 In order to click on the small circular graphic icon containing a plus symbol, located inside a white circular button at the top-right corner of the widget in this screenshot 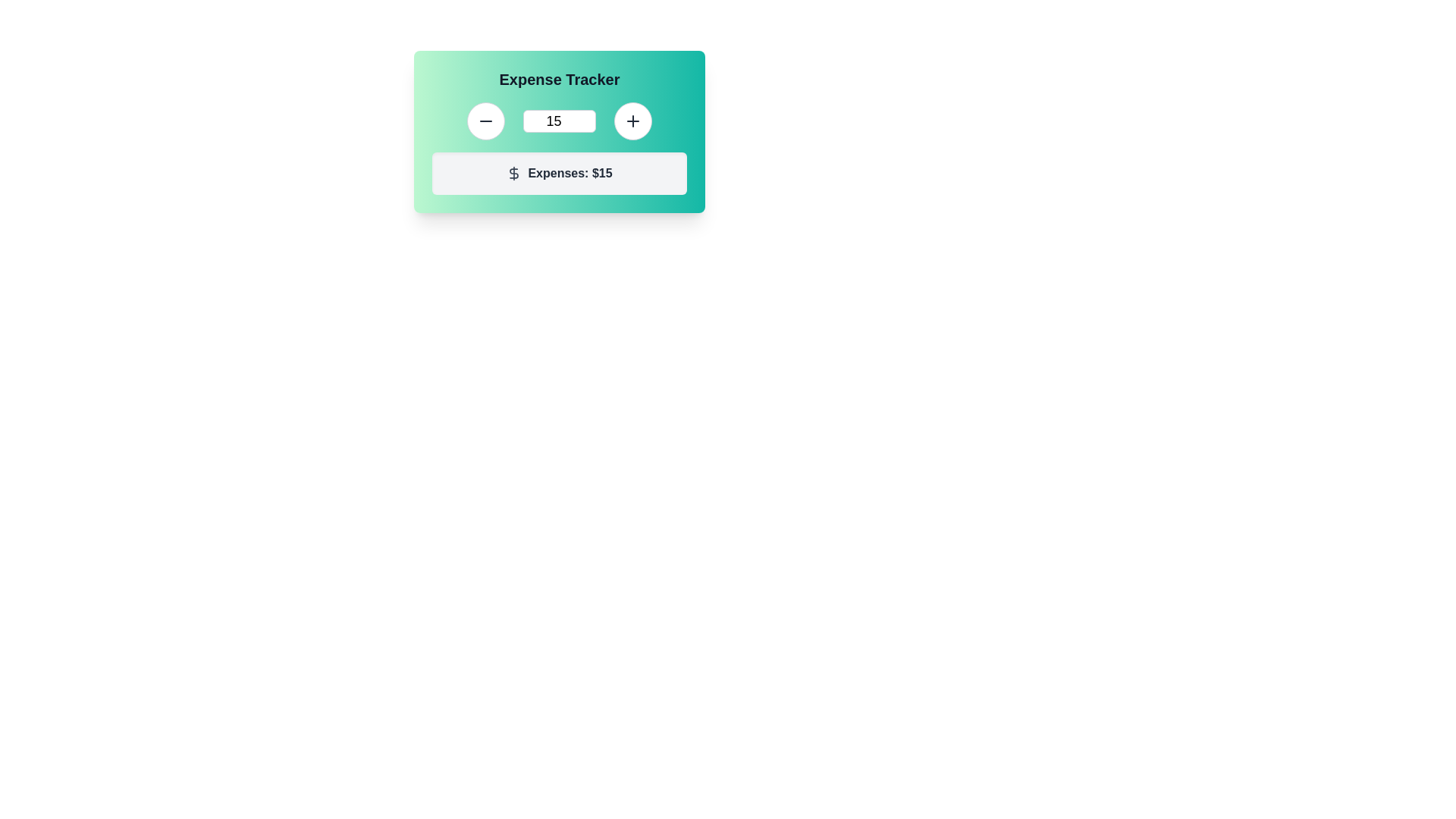, I will do `click(633, 120)`.